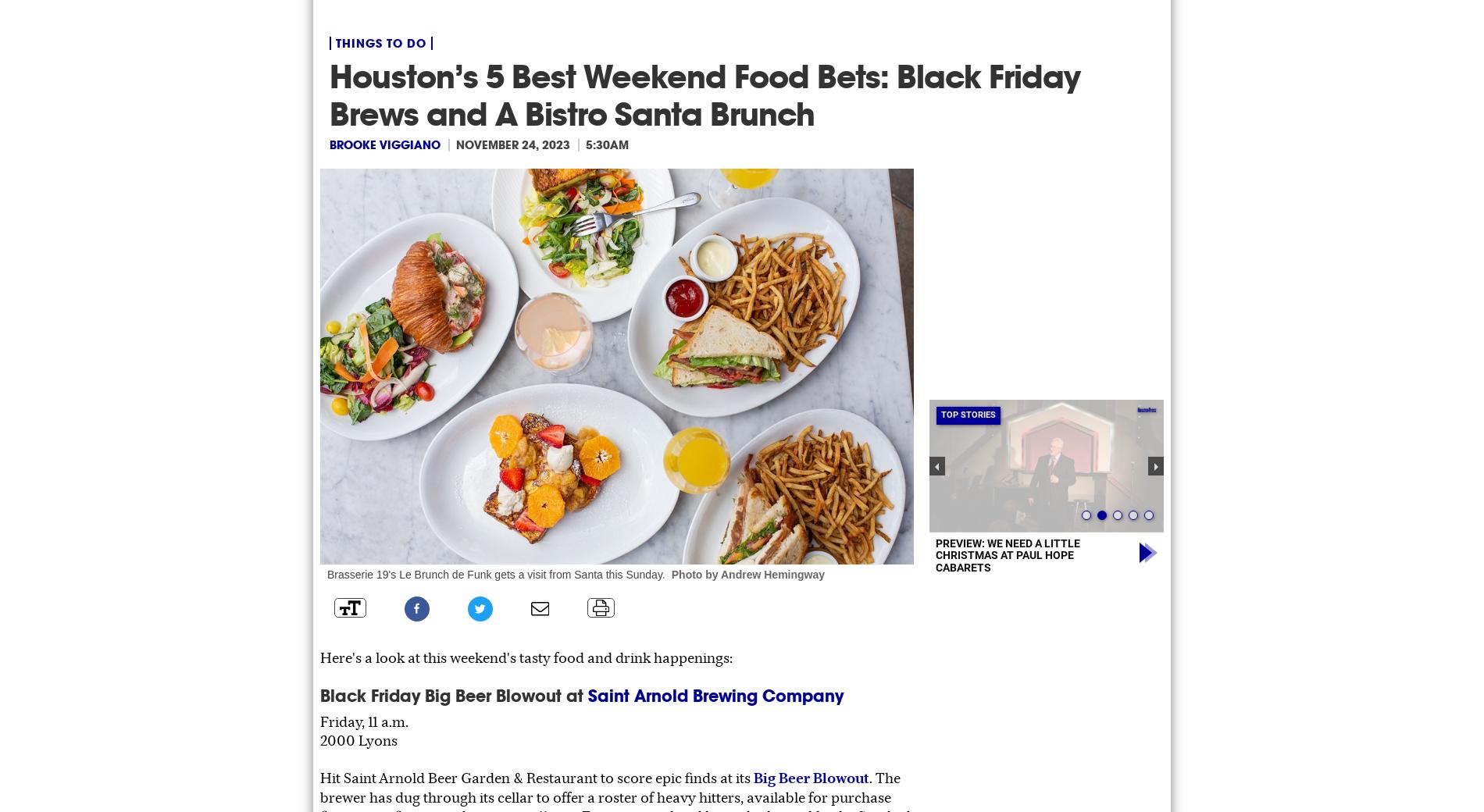 Image resolution: width=1484 pixels, height=812 pixels. Describe the element at coordinates (454, 694) in the screenshot. I see `'Black Friday Big Beer Blowout at'` at that location.